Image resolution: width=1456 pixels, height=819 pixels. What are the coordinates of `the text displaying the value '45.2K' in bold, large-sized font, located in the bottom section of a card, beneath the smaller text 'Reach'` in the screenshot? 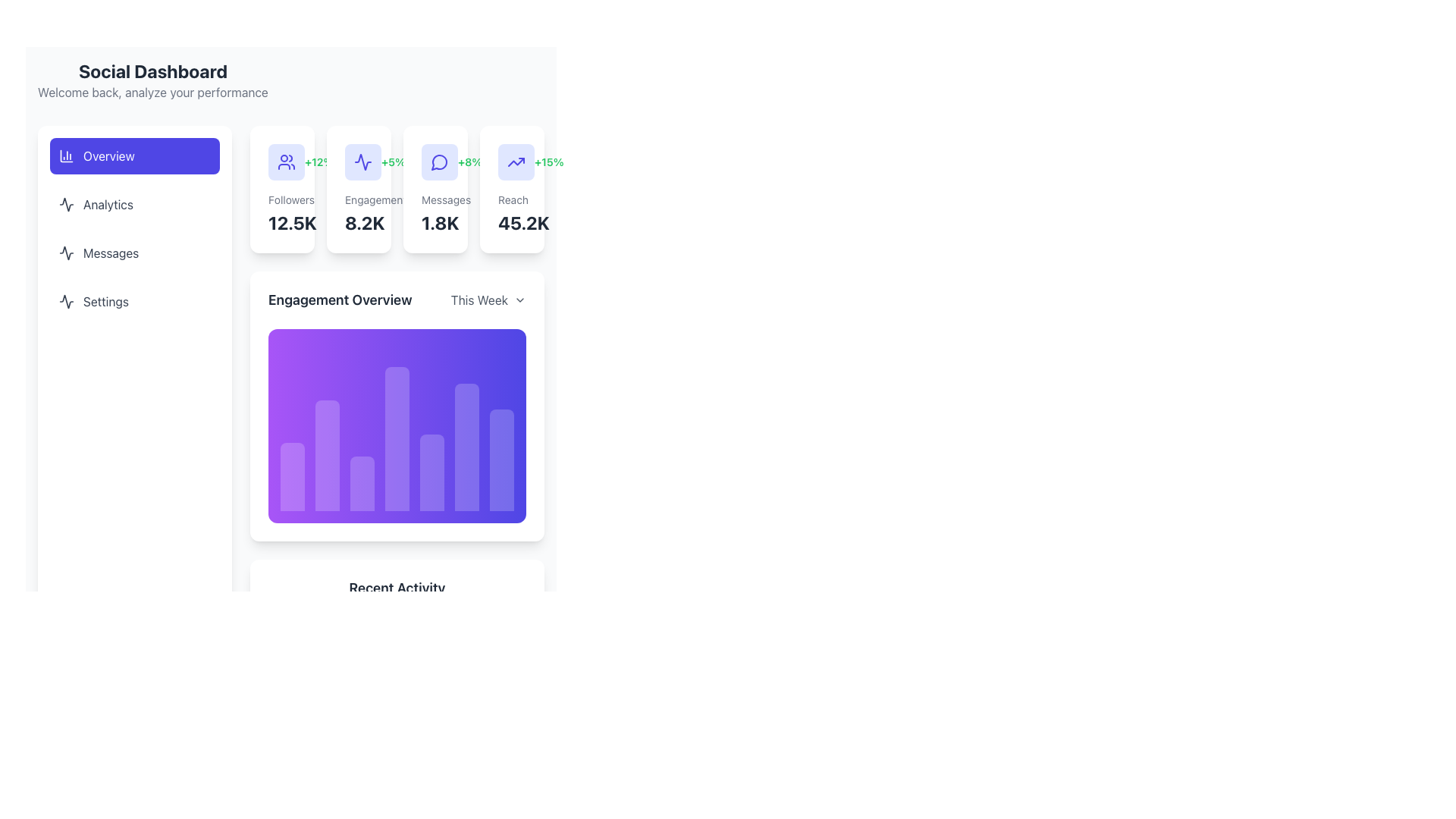 It's located at (512, 222).